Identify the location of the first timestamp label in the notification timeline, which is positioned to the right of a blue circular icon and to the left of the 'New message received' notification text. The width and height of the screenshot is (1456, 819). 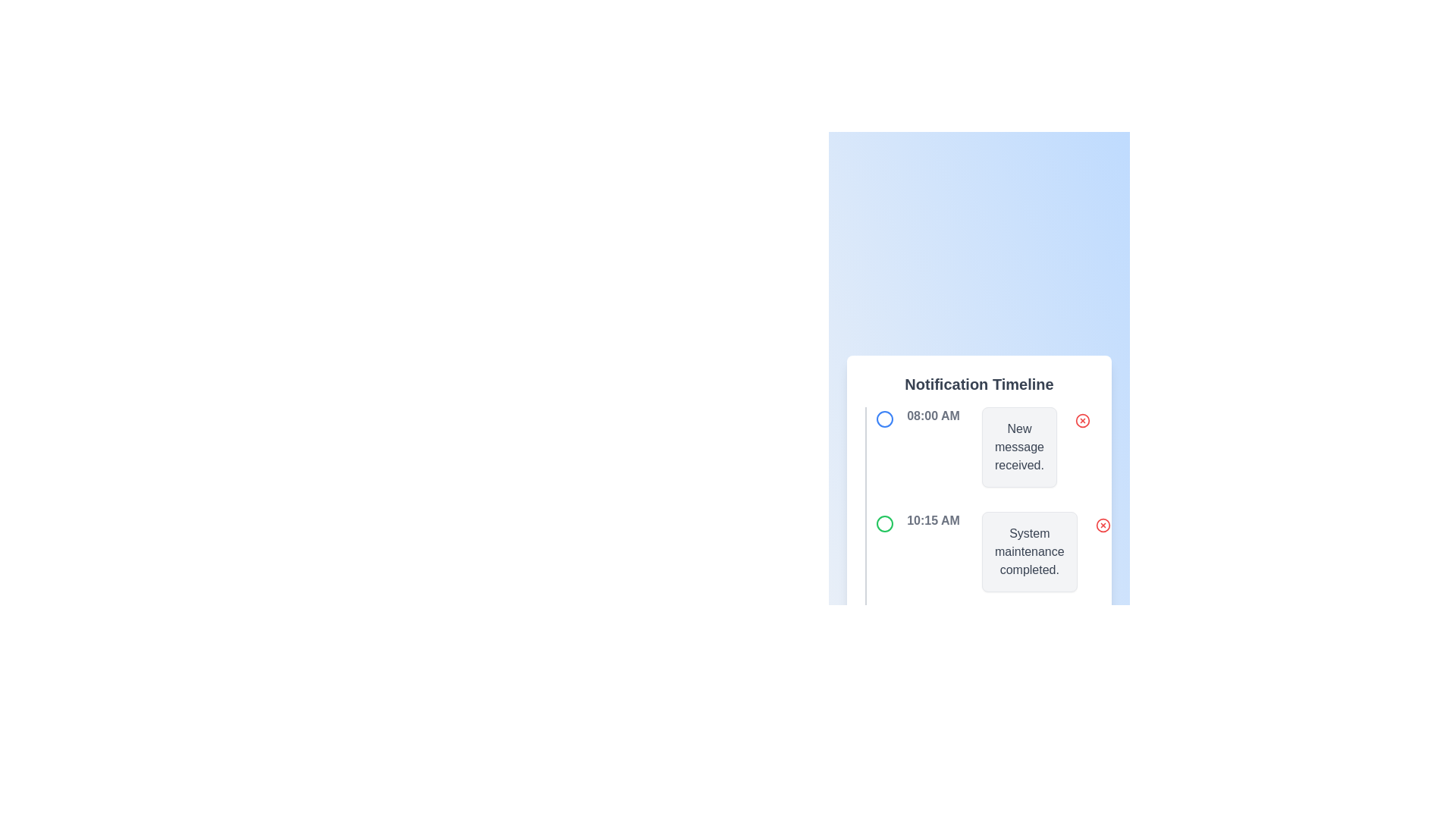
(932, 416).